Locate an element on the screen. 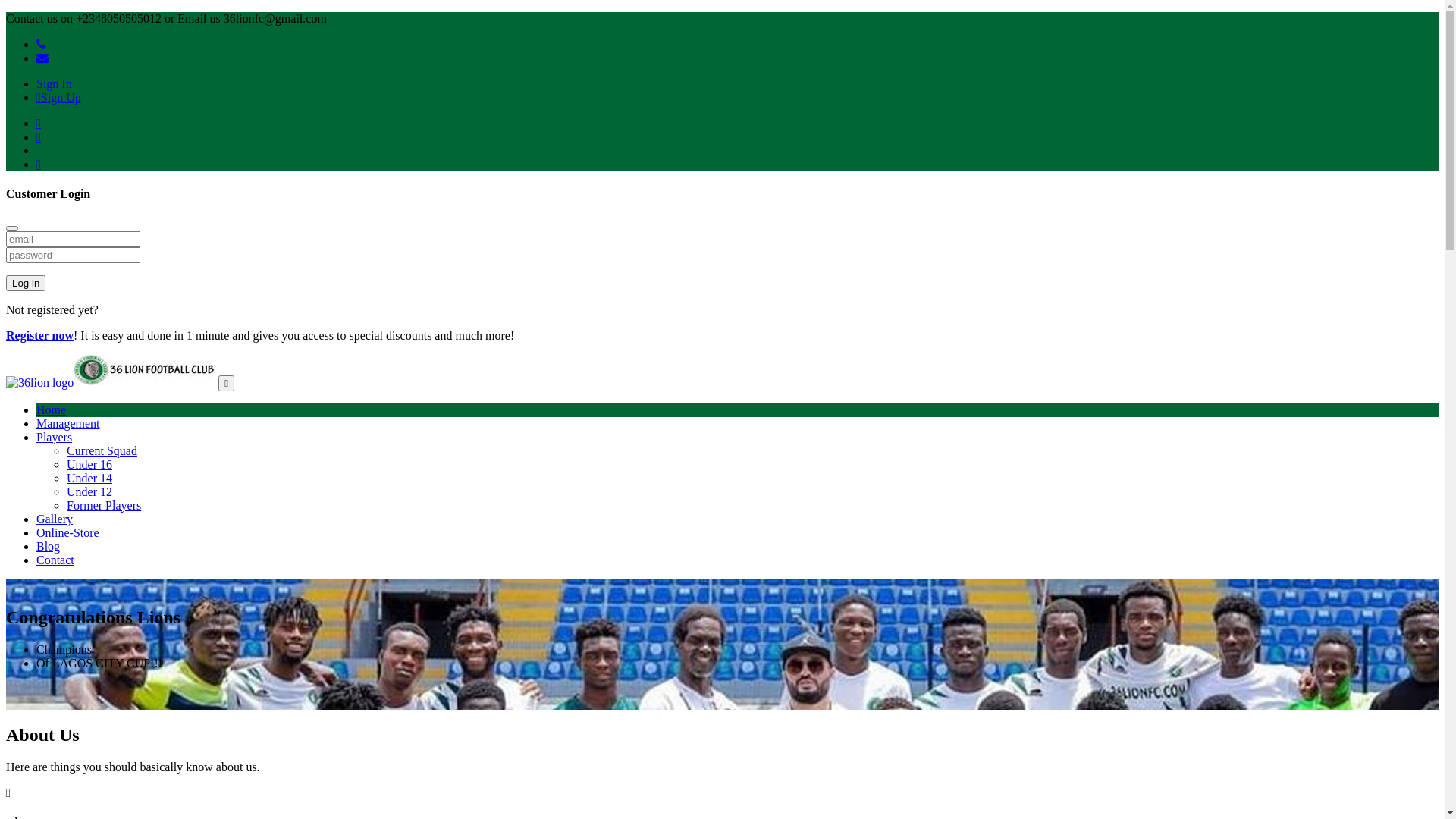 This screenshot has height=819, width=1456. 'Twitter' is located at coordinates (36, 136).